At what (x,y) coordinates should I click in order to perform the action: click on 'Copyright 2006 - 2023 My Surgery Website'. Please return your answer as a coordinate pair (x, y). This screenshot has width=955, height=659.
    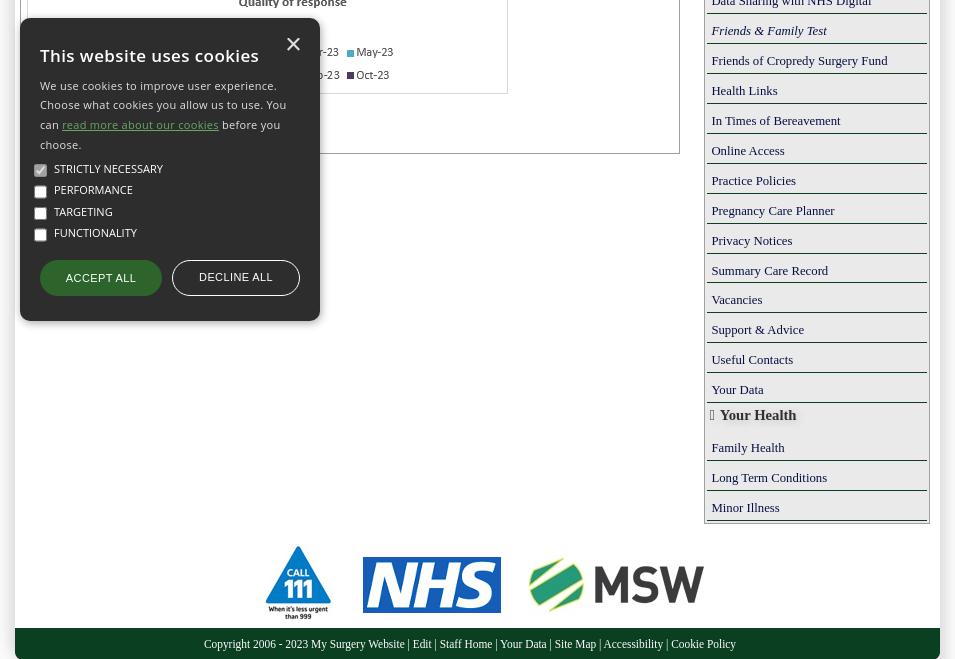
    Looking at the image, I should click on (303, 641).